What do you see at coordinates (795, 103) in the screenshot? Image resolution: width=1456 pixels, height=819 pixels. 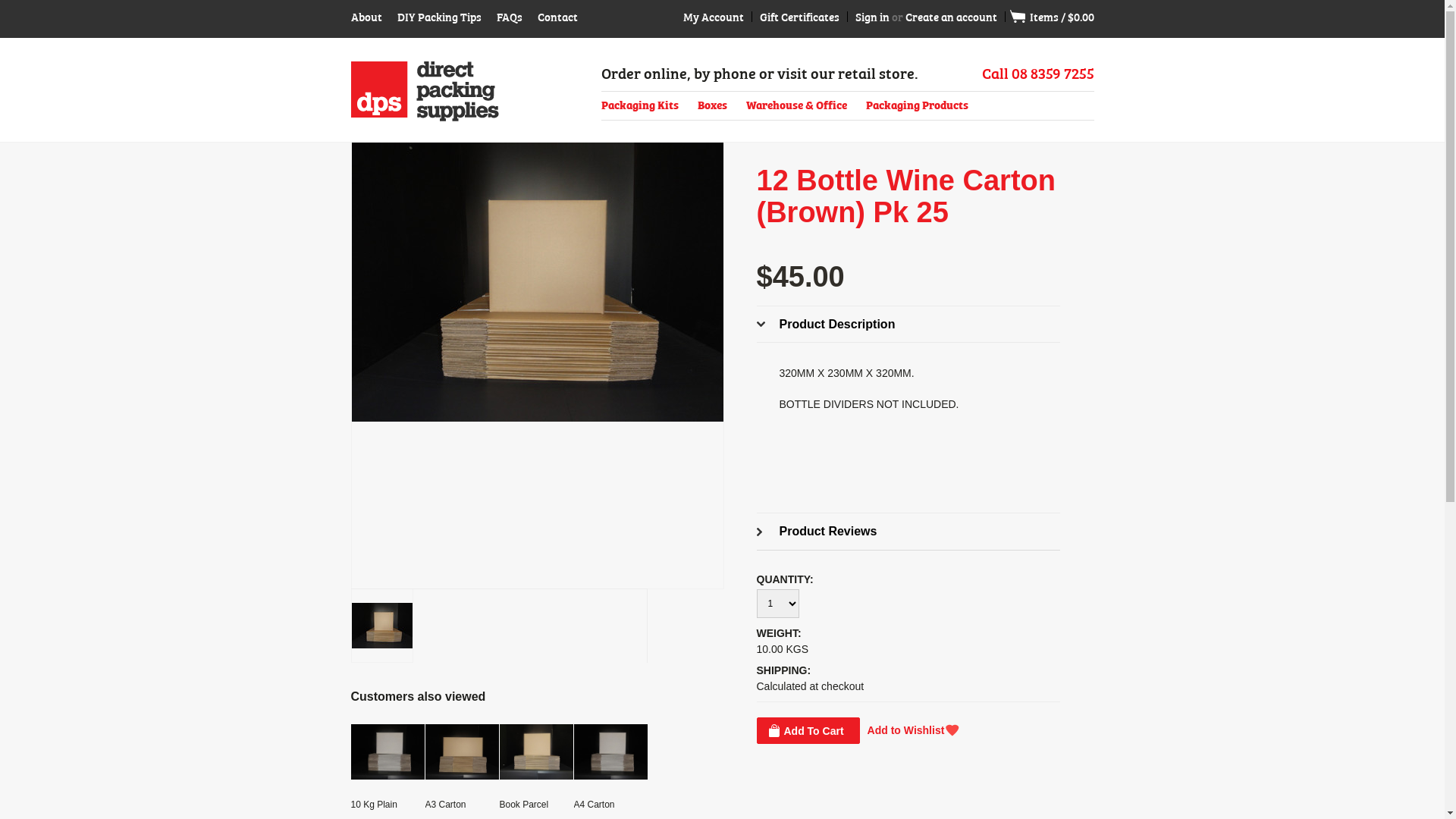 I see `'Warehouse & Office'` at bounding box center [795, 103].